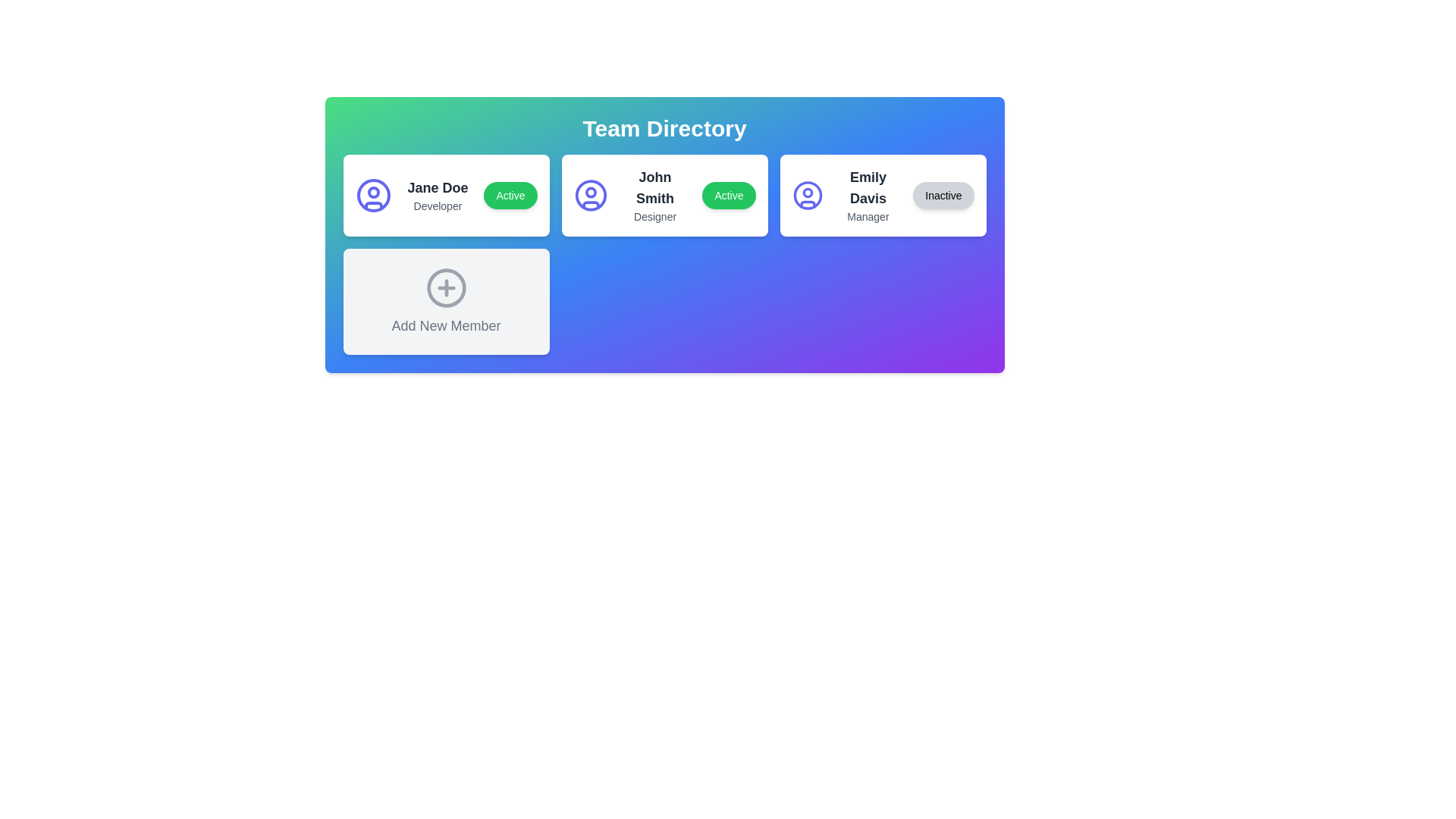 This screenshot has width=1456, height=819. I want to click on the 'Designer' text label element located beneath 'John Smith' in the central user profile card, so click(655, 216).